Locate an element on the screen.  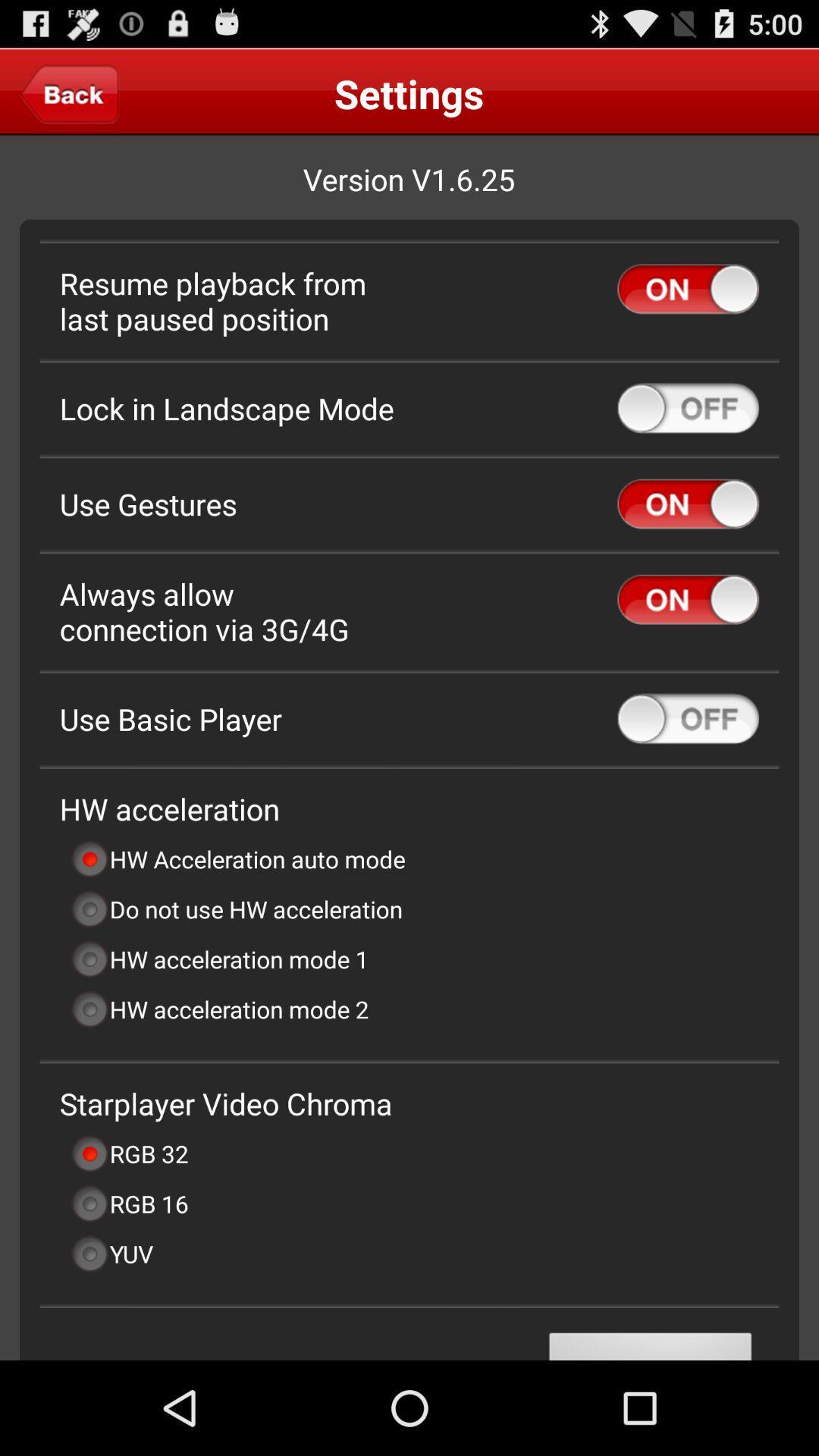
playback from last position is located at coordinates (688, 289).